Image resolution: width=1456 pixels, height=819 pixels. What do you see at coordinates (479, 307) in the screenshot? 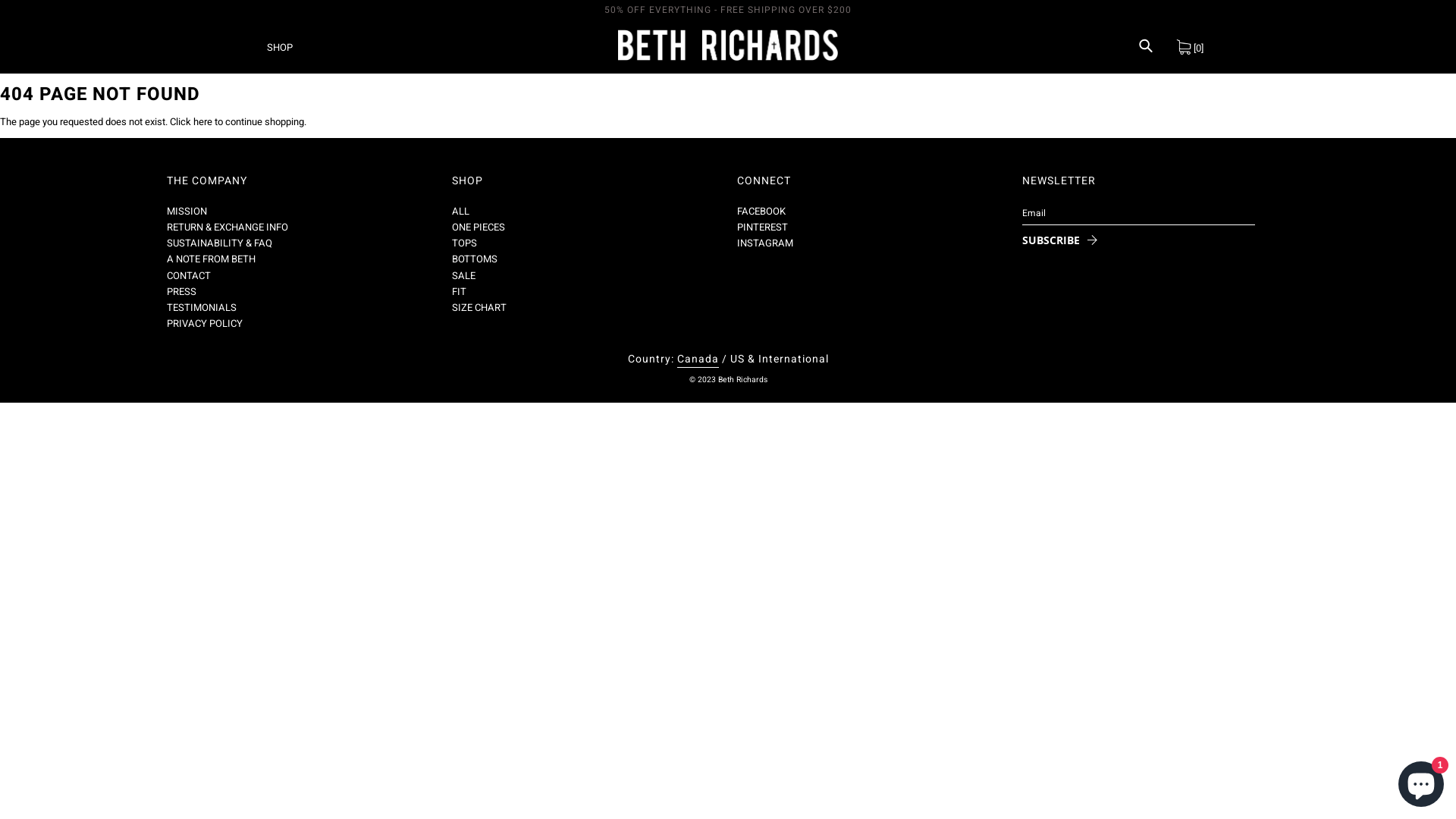
I see `'SIZE CHART'` at bounding box center [479, 307].